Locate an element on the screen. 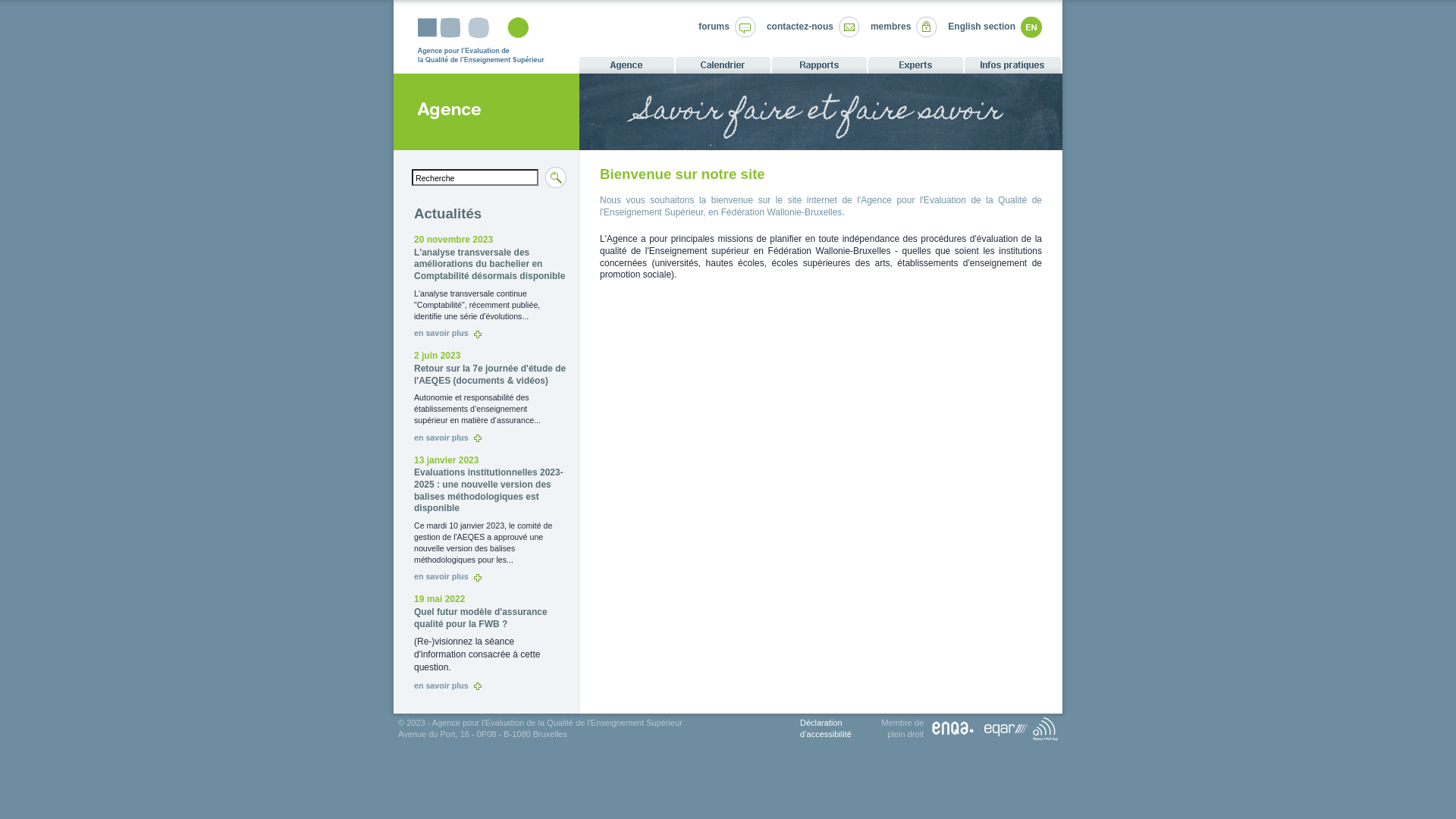  'en savoir plus' is located at coordinates (447, 685).